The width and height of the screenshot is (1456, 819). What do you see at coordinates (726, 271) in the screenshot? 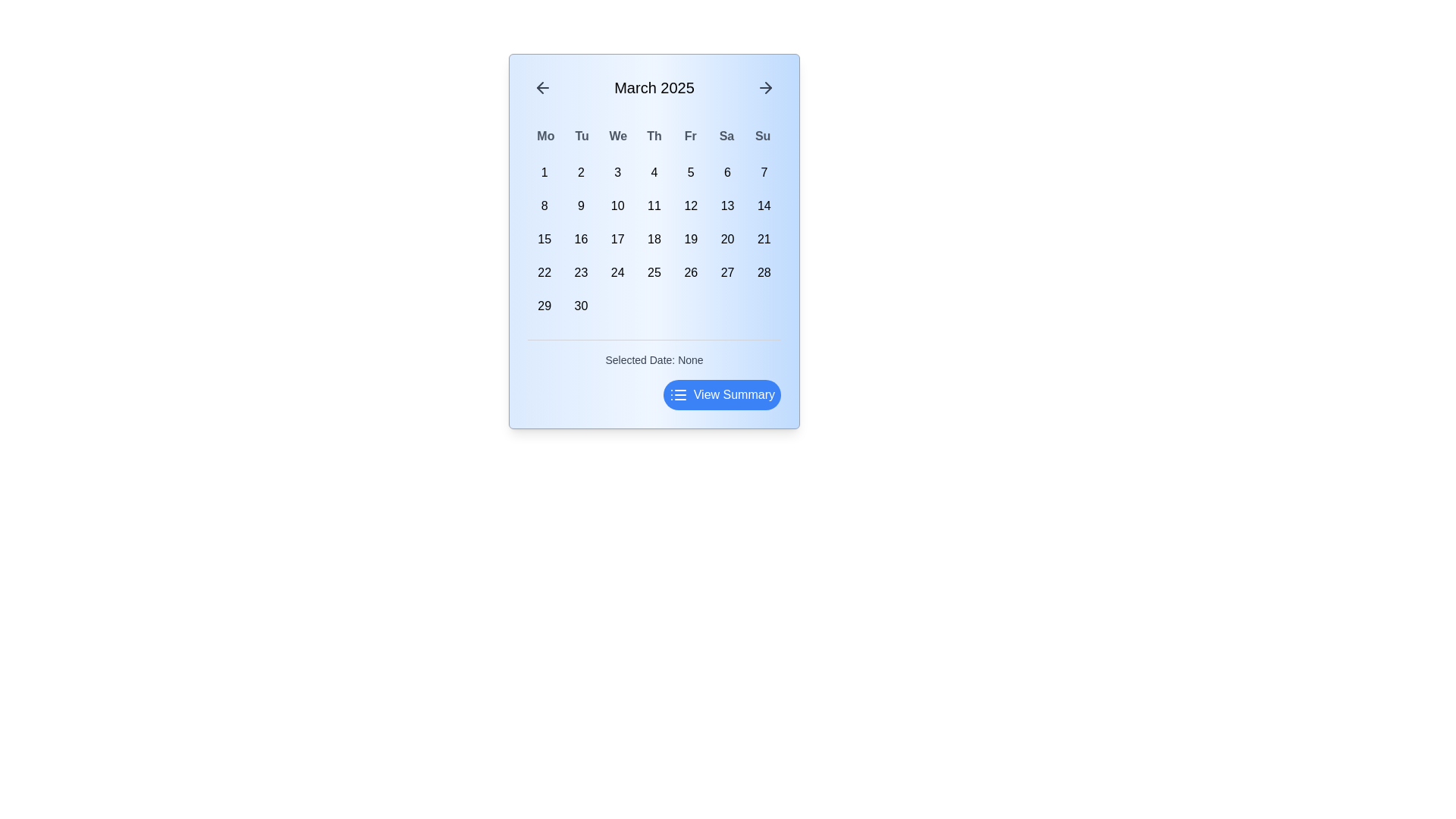
I see `the date selector button for the 27th day of the month in the calendar grid interface` at bounding box center [726, 271].